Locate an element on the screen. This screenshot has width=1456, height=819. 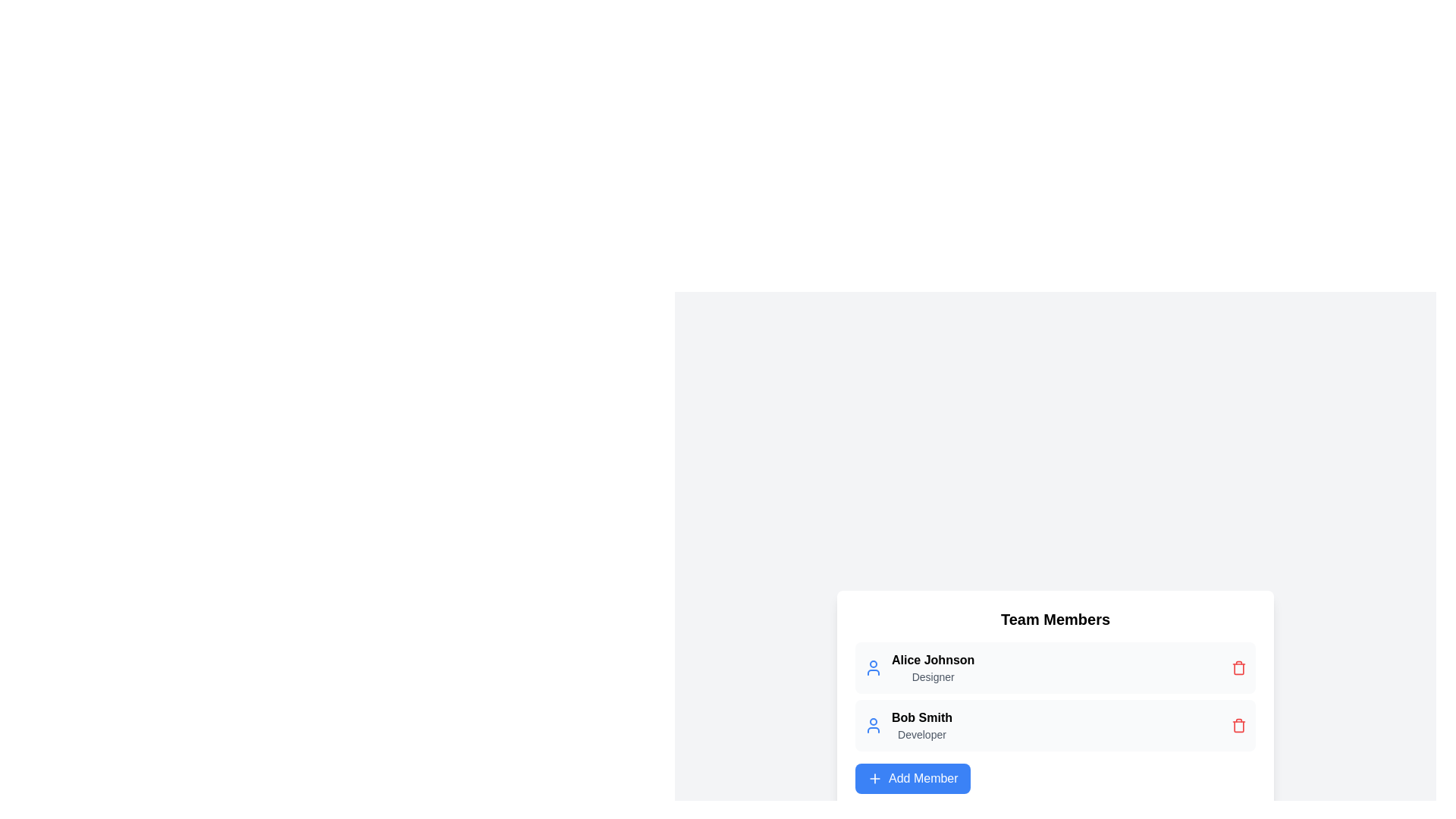
the User Icon representing the profile of 'Alice Johnson', positioned at the leftmost side of the first entry in the 'Team Members' list is located at coordinates (874, 667).